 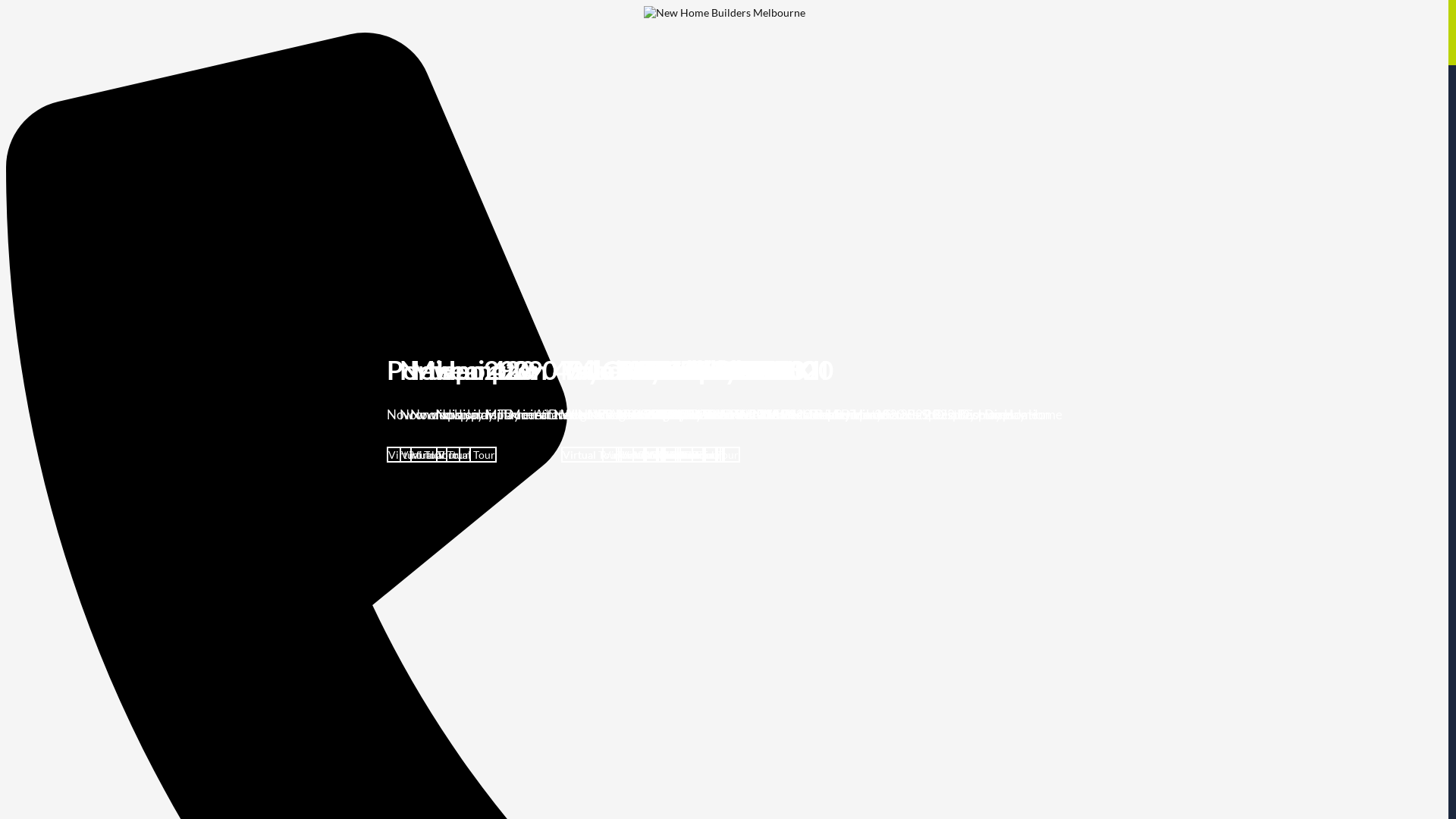 I want to click on 'Virtual Tour', so click(x=687, y=453).